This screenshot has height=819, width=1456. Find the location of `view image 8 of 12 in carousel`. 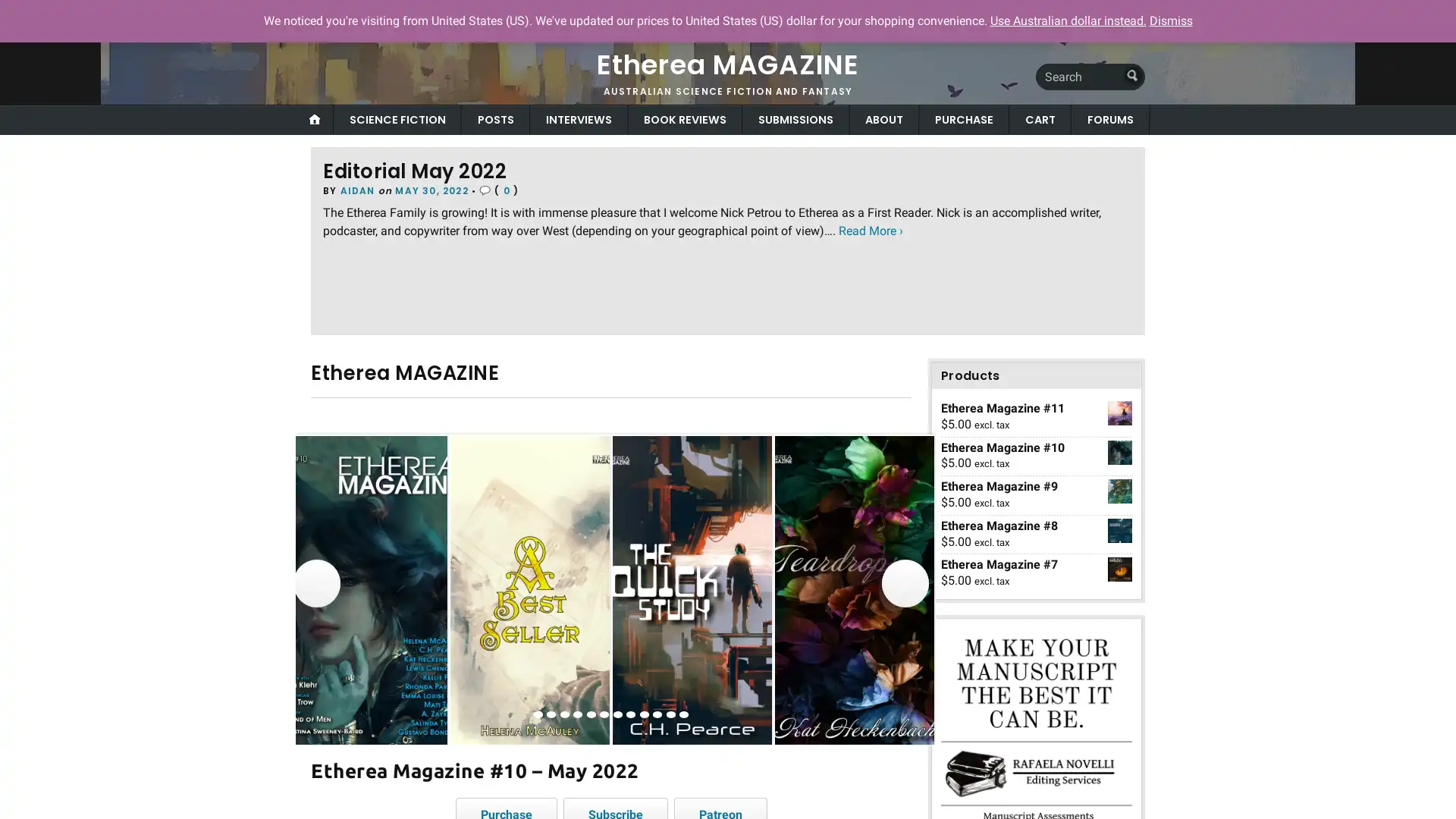

view image 8 of 12 in carousel is located at coordinates (630, 714).